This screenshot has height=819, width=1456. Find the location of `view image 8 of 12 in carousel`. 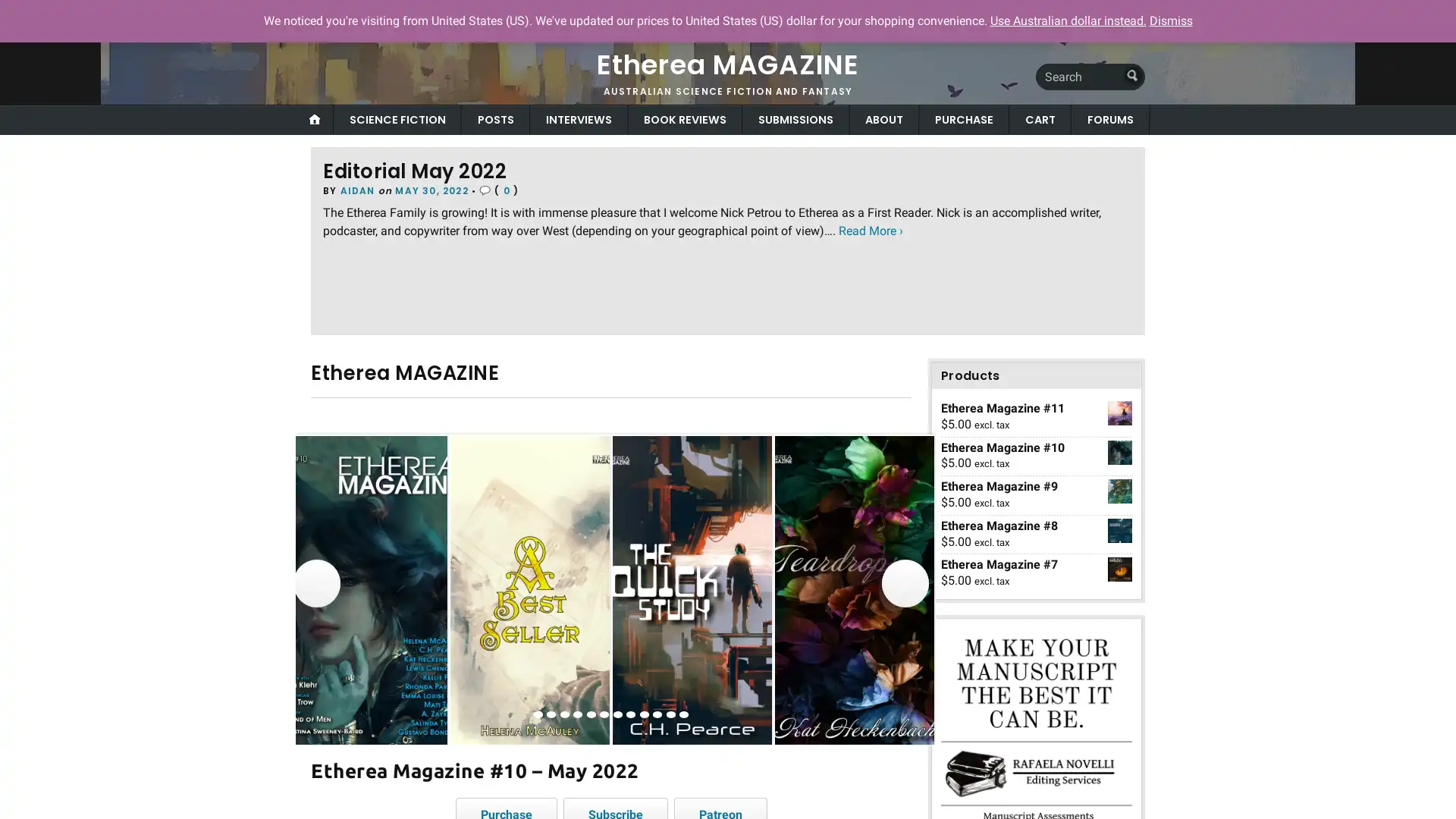

view image 8 of 12 in carousel is located at coordinates (630, 714).